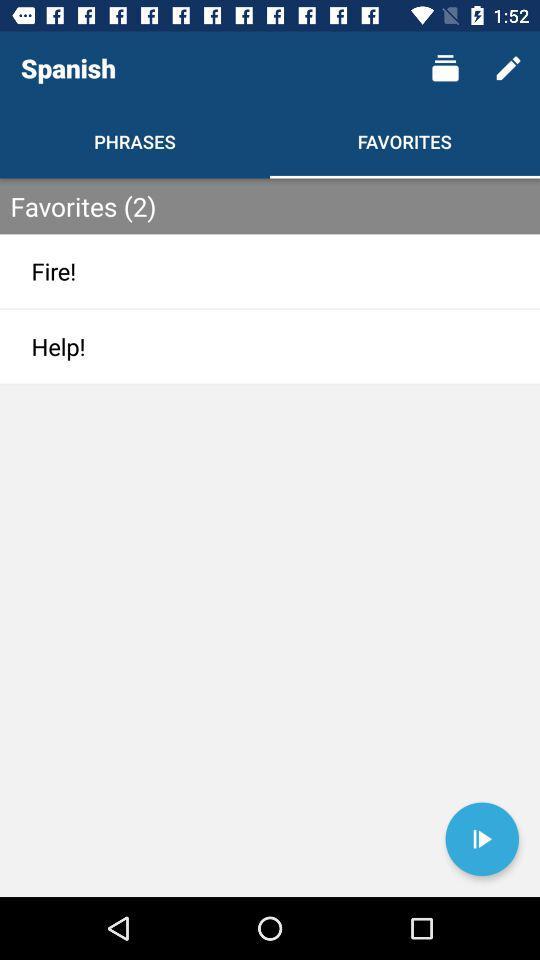 The width and height of the screenshot is (540, 960). Describe the element at coordinates (445, 68) in the screenshot. I see `item above favorites item` at that location.